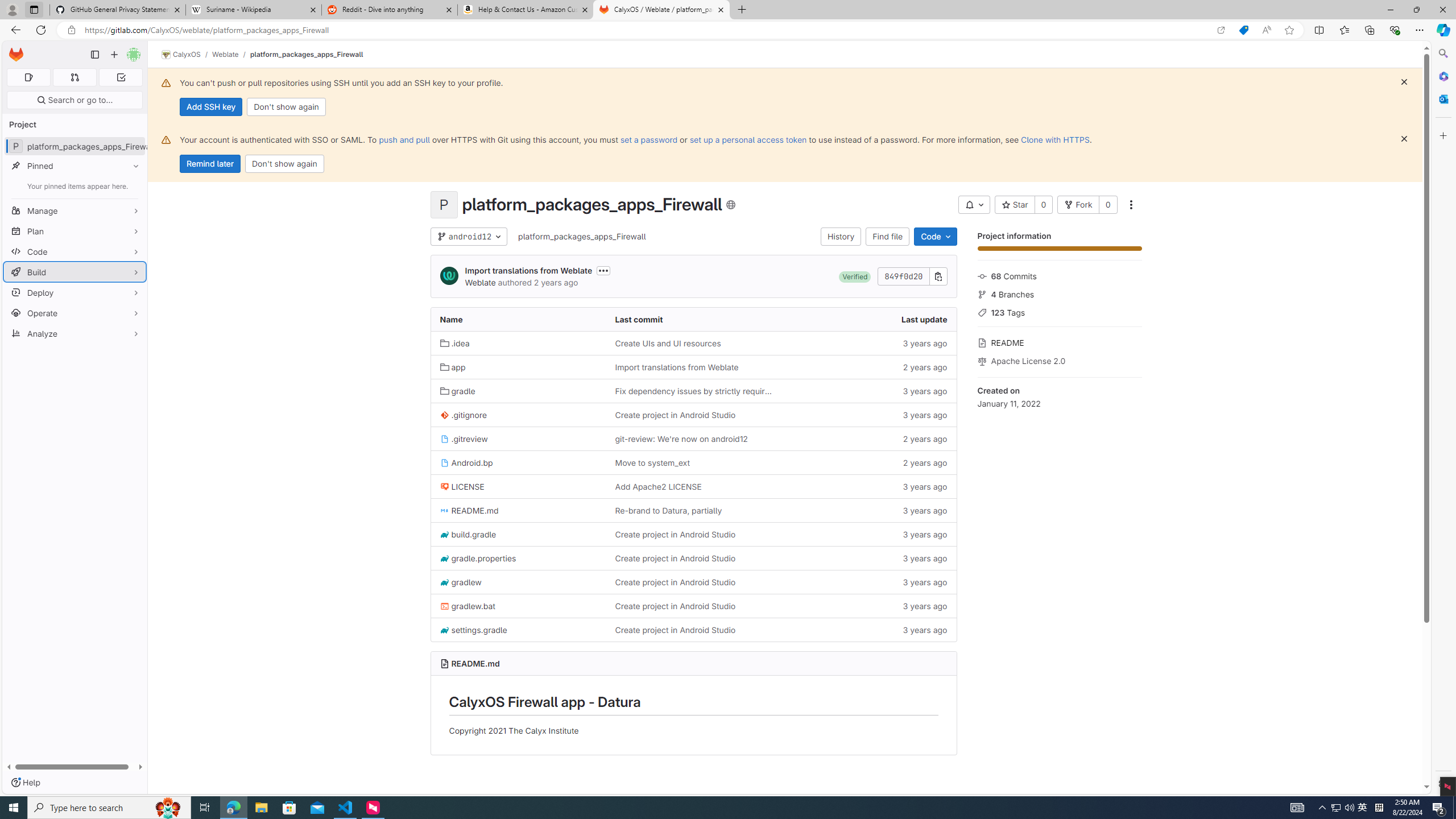 This screenshot has width=1456, height=819. I want to click on 'Add Apache2 LICENSE', so click(658, 486).